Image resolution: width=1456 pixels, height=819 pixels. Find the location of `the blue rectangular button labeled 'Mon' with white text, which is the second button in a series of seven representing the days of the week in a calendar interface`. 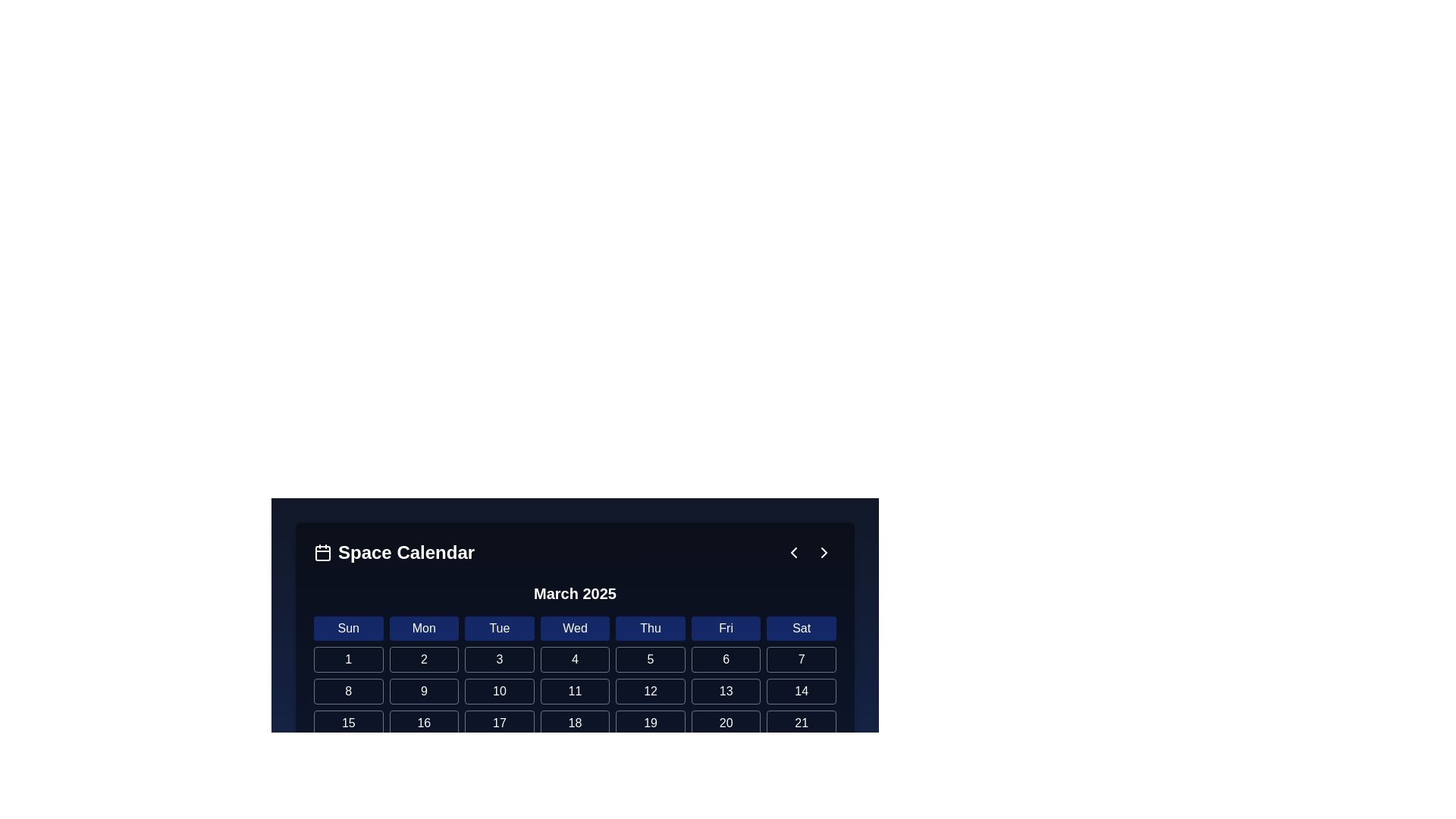

the blue rectangular button labeled 'Mon' with white text, which is the second button in a series of seven representing the days of the week in a calendar interface is located at coordinates (424, 629).